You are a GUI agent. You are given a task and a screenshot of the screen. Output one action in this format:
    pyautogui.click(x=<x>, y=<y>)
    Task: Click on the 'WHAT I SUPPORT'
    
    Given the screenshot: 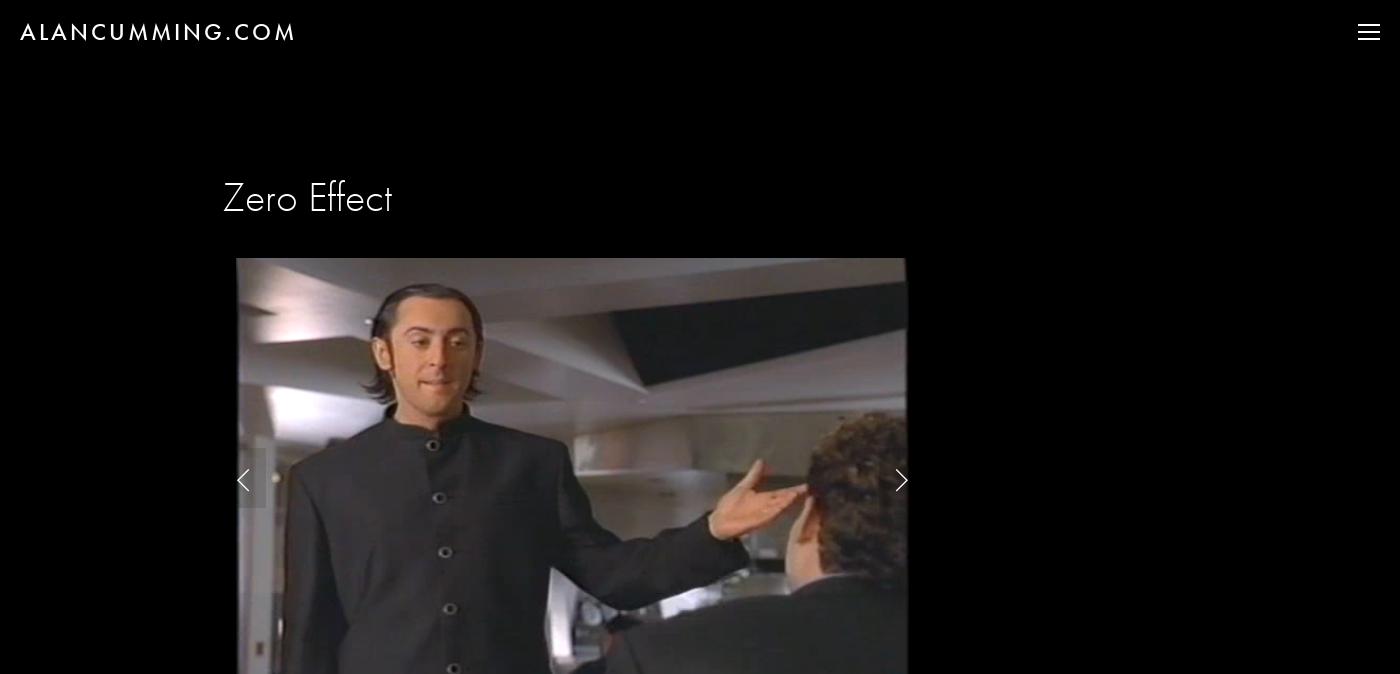 What is the action you would take?
    pyautogui.click(x=1237, y=202)
    